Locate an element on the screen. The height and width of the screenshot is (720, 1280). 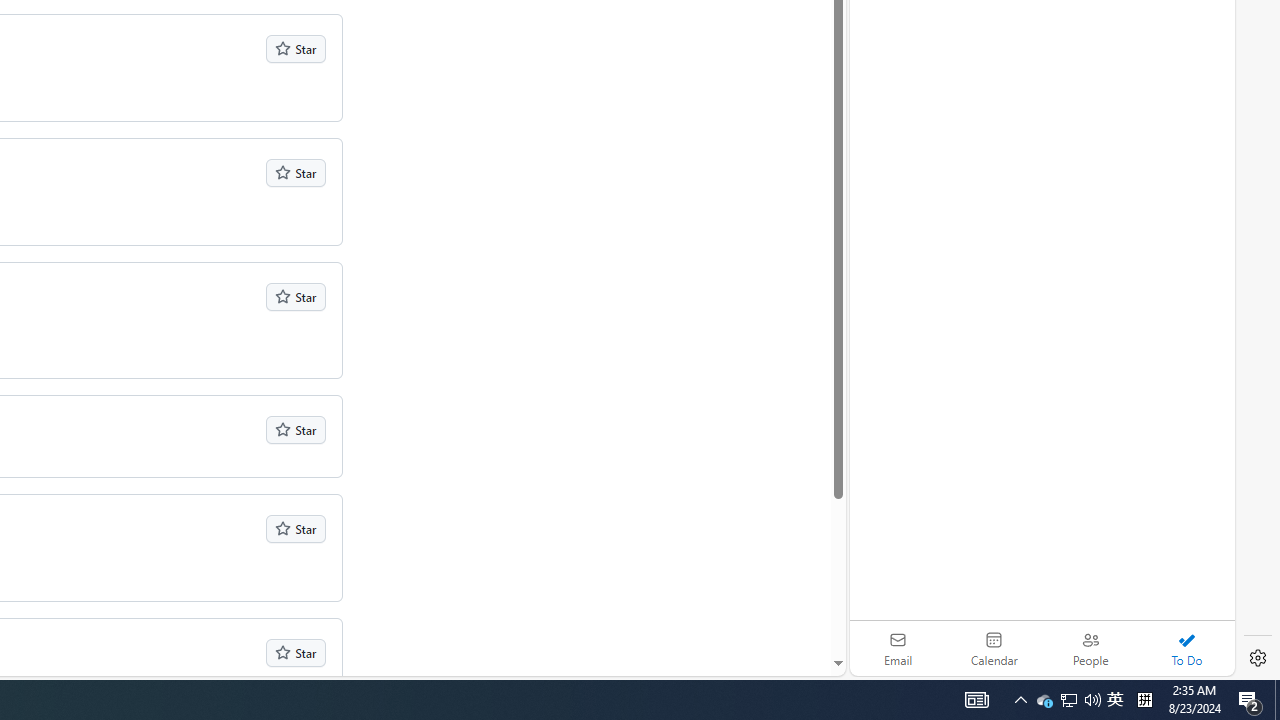
'Email' is located at coordinates (897, 648).